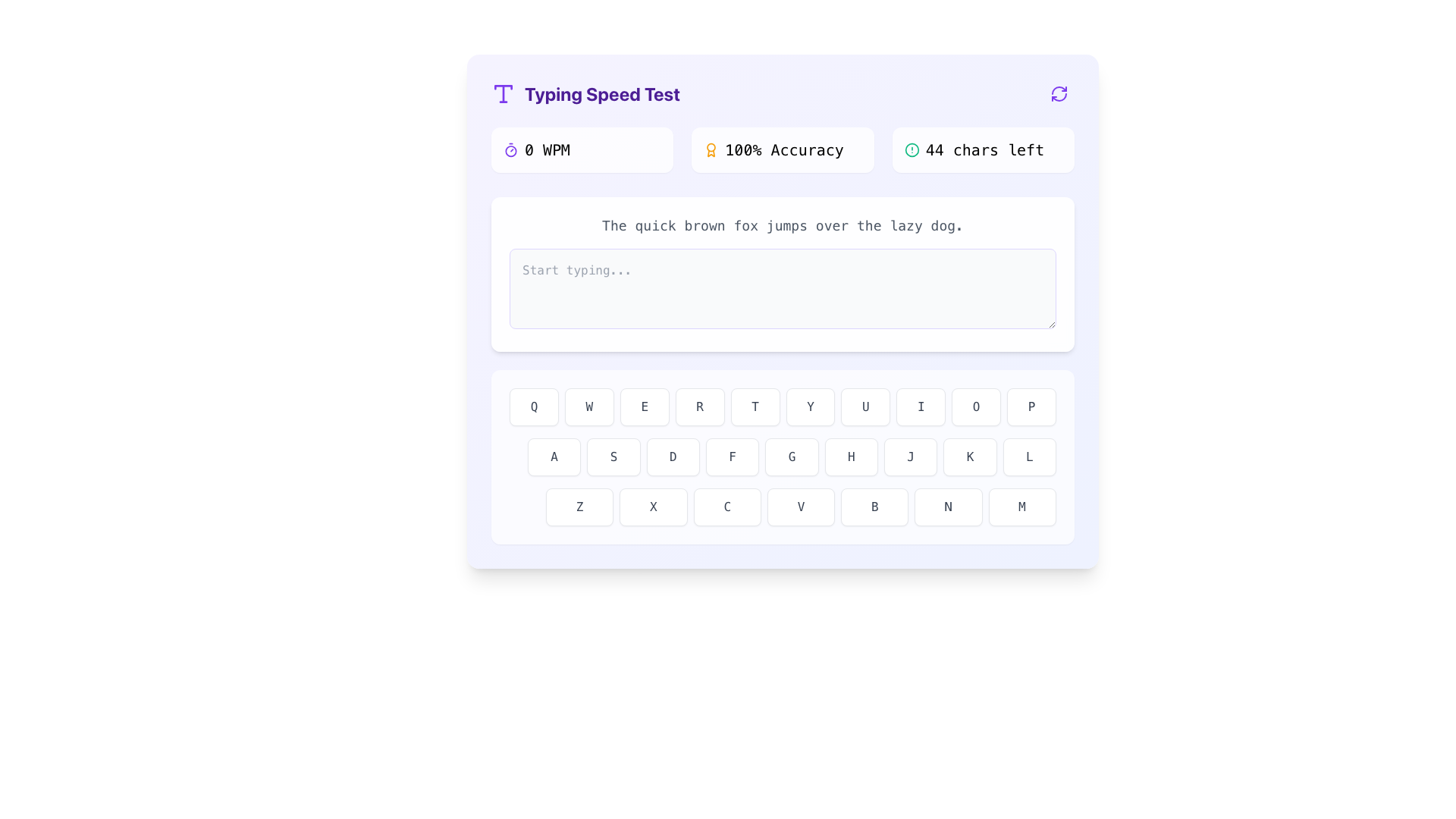 The height and width of the screenshot is (819, 1456). Describe the element at coordinates (645, 406) in the screenshot. I see `the rectangular button with a white background and a capital letter 'E' centered in a monospaced font, which is the third button from the left in a grid of ten buttons at the top row of the keyboard layout to simulate a key press` at that location.